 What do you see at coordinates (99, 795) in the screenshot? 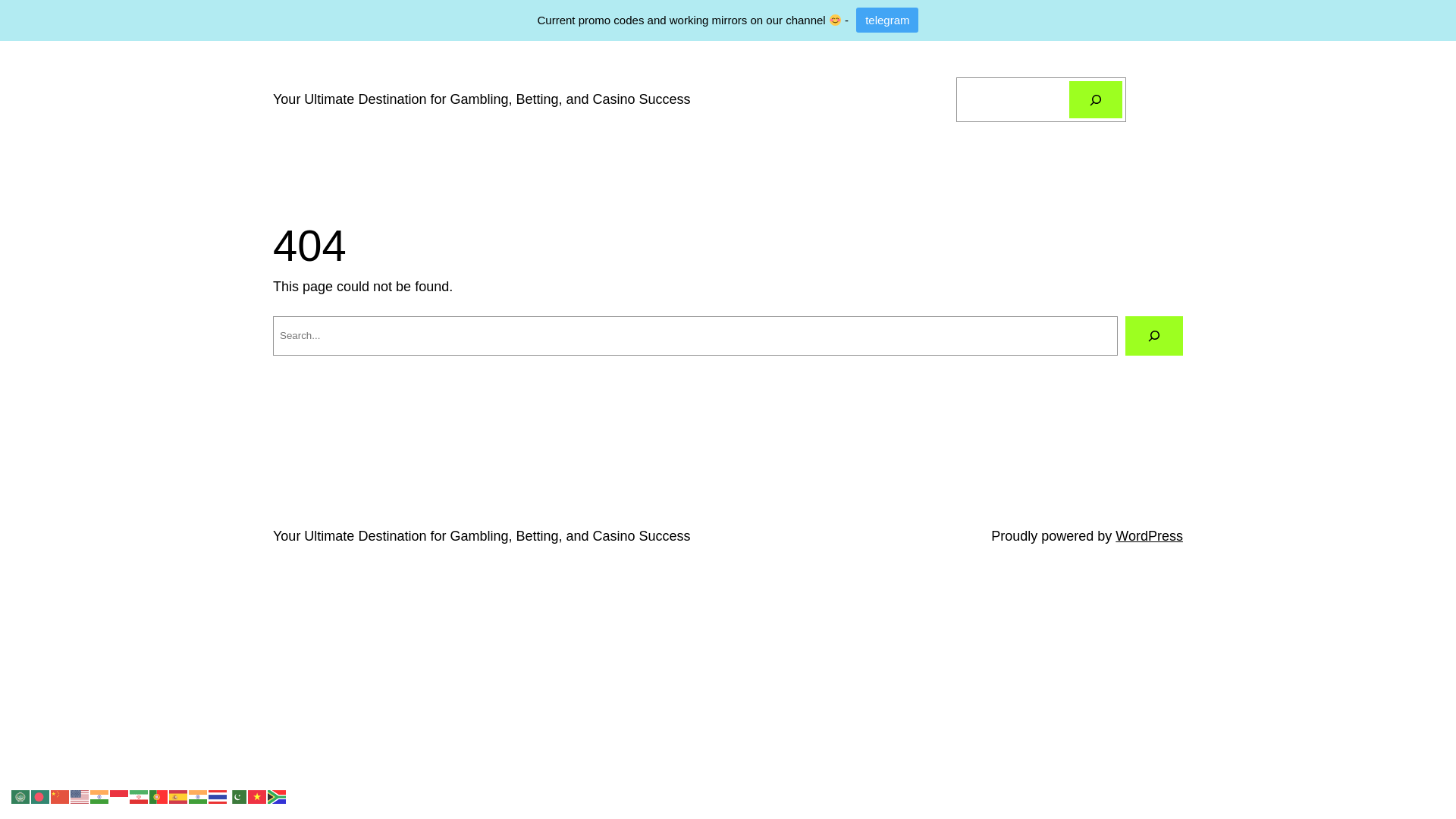
I see `'Hindi'` at bounding box center [99, 795].